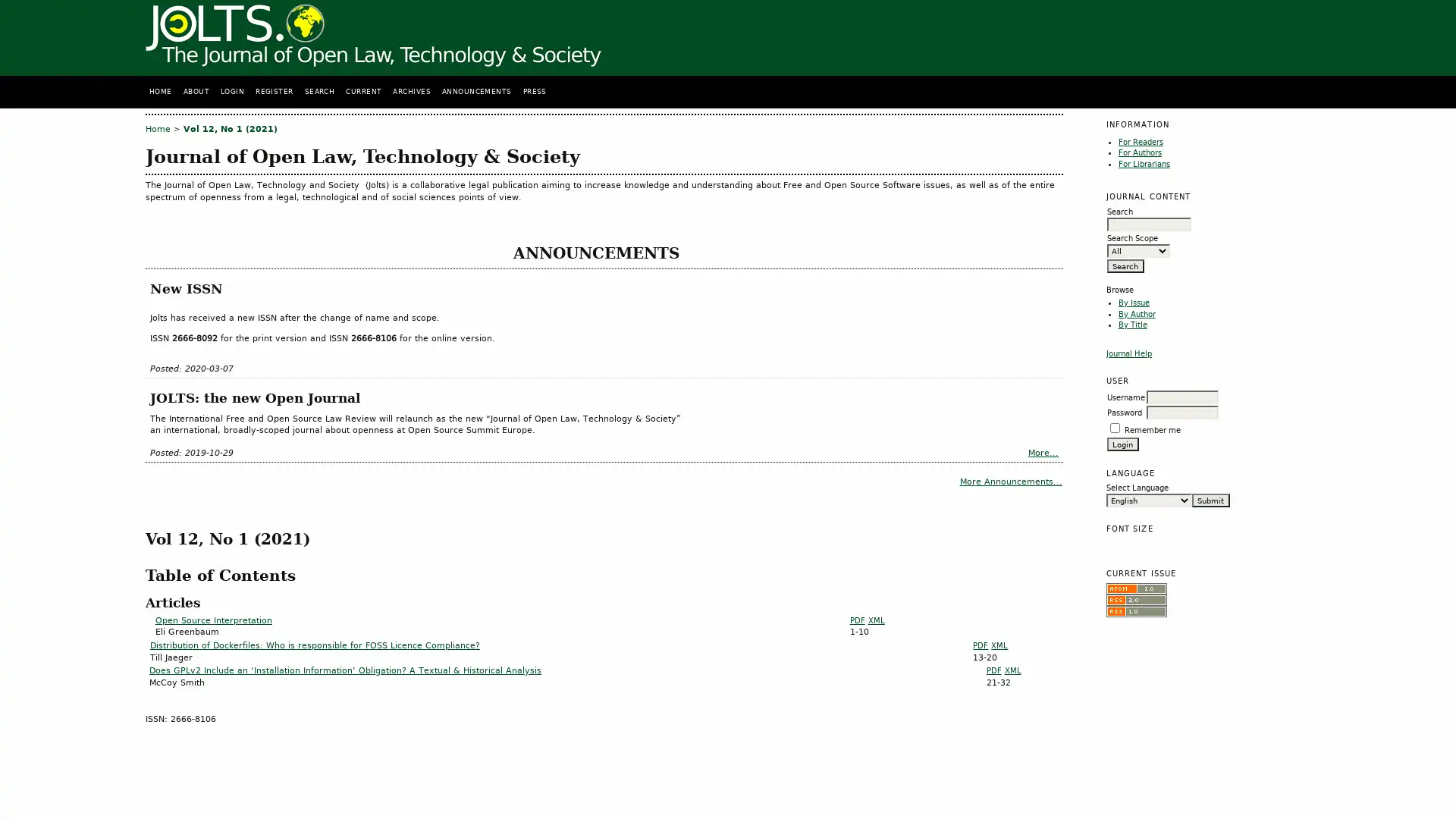  I want to click on Search, so click(1125, 265).